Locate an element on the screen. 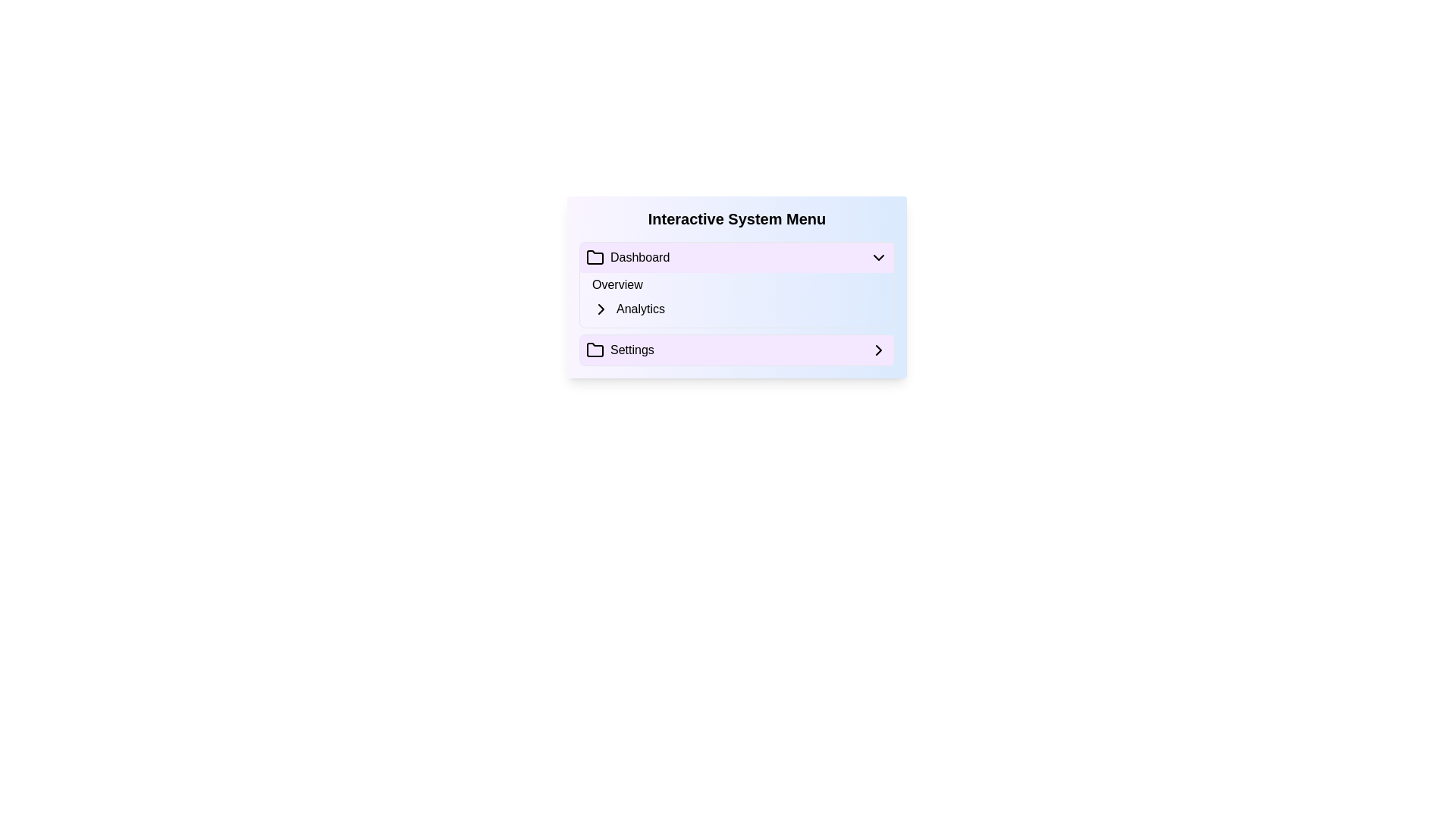 The height and width of the screenshot is (819, 1456). the folder icon element located to the left of the 'Dashboard' option in the menu is located at coordinates (595, 256).